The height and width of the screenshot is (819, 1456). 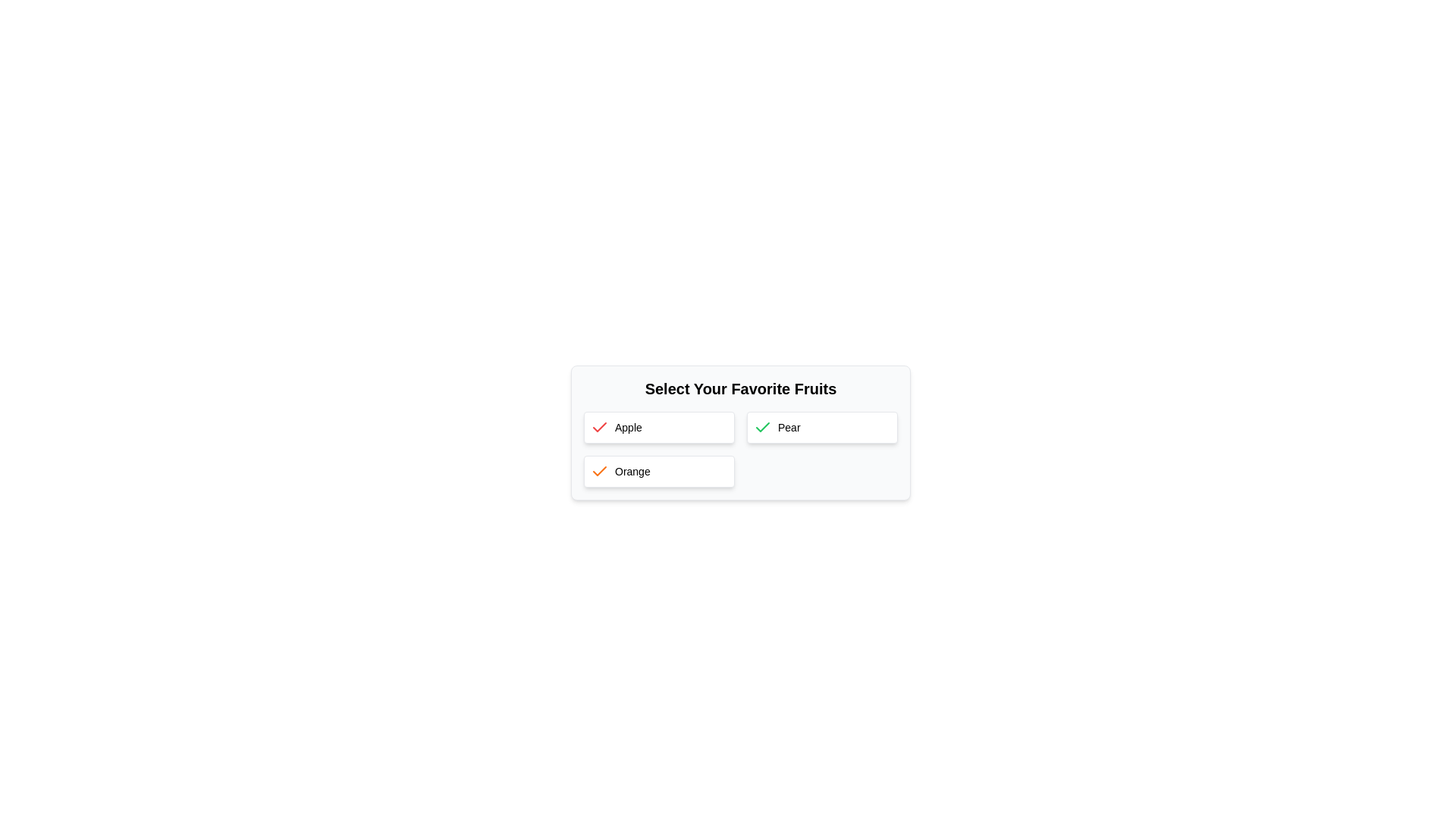 I want to click on the 'Apple' selection option box, which has a white background and a red checkmark icon on the left, so click(x=659, y=427).